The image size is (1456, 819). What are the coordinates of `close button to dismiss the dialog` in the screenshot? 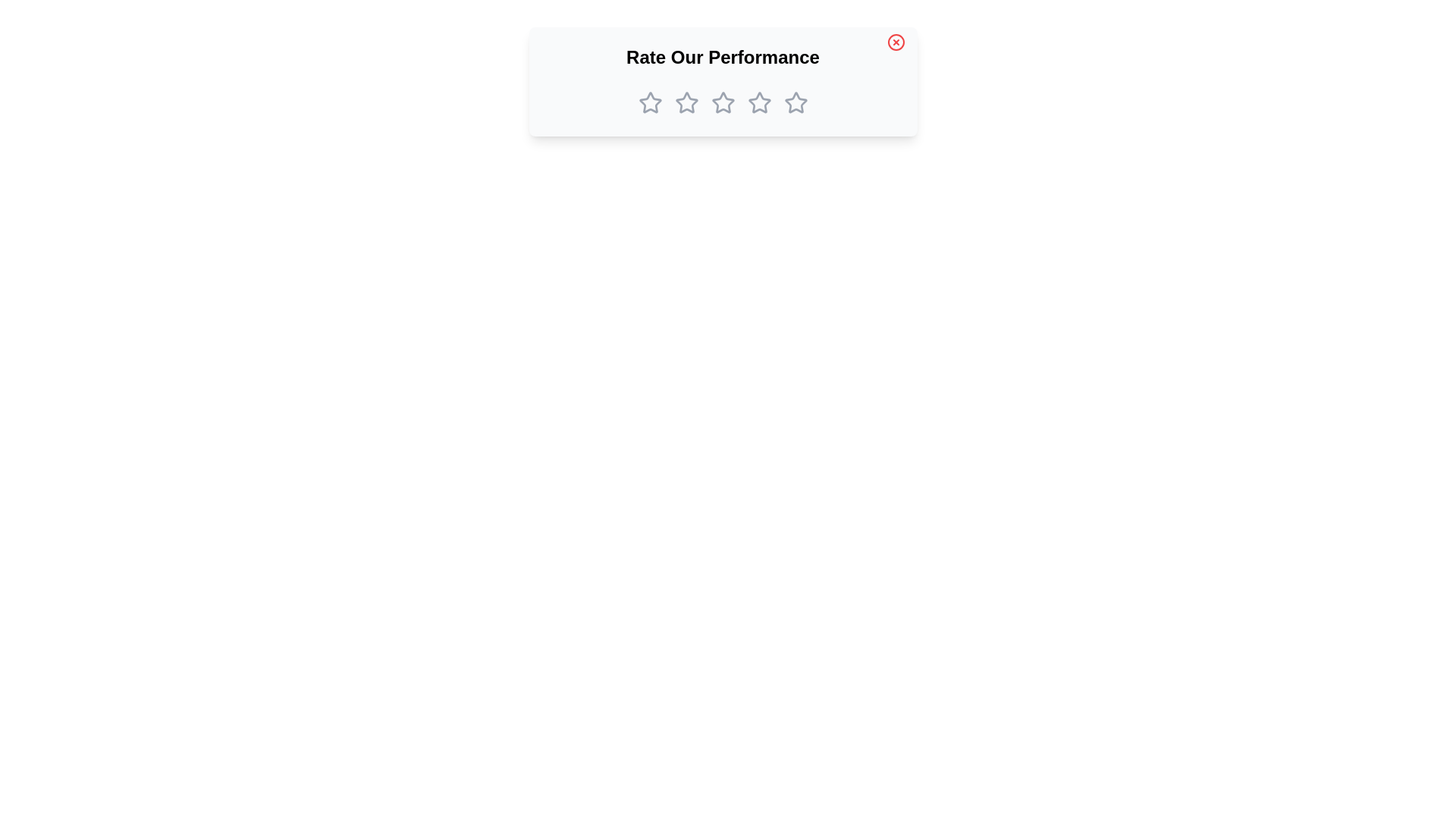 It's located at (896, 42).